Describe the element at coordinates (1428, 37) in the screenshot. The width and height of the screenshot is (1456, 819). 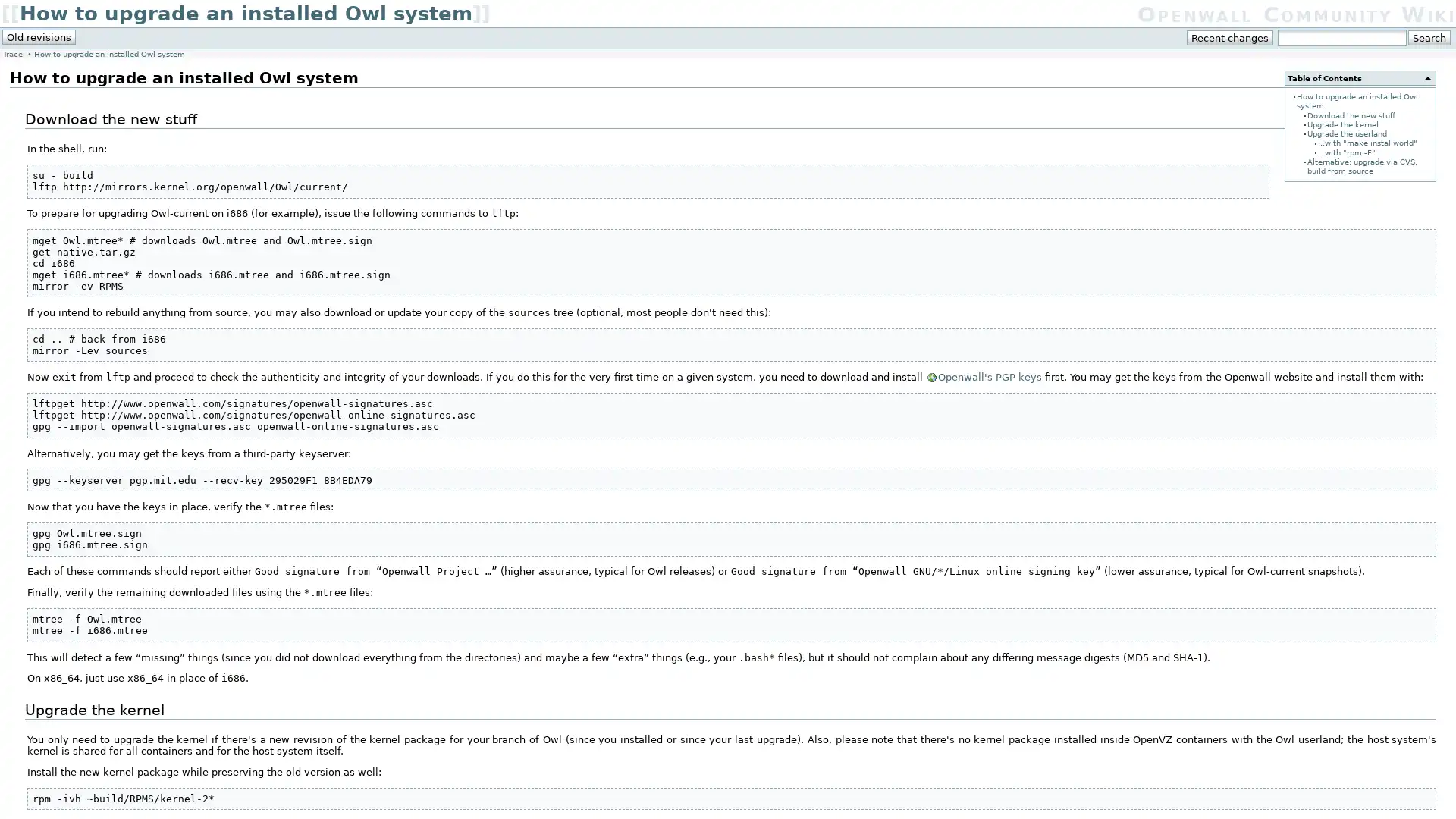
I see `Search` at that location.